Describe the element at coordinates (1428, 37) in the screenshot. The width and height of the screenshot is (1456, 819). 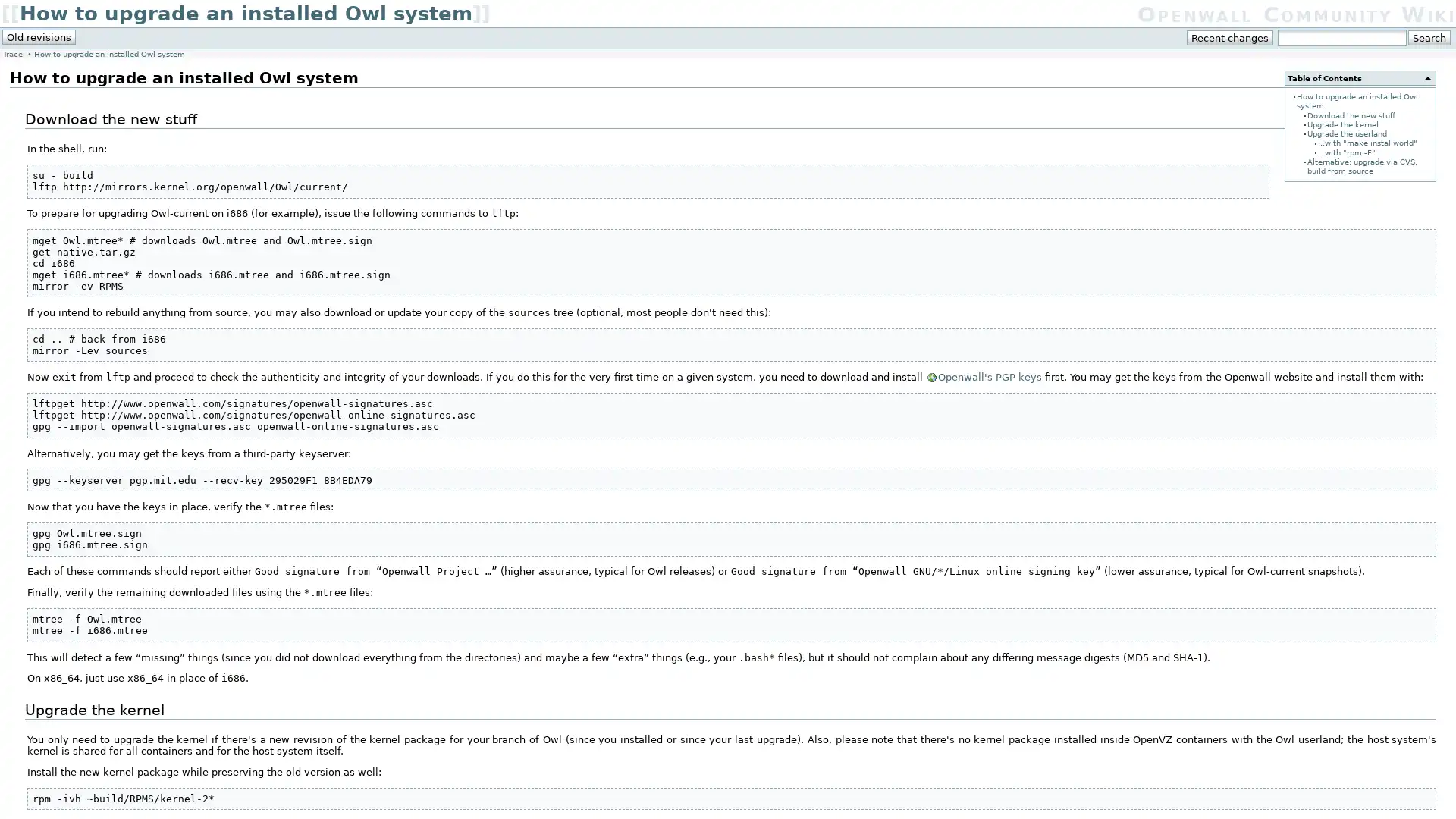
I see `Search` at that location.